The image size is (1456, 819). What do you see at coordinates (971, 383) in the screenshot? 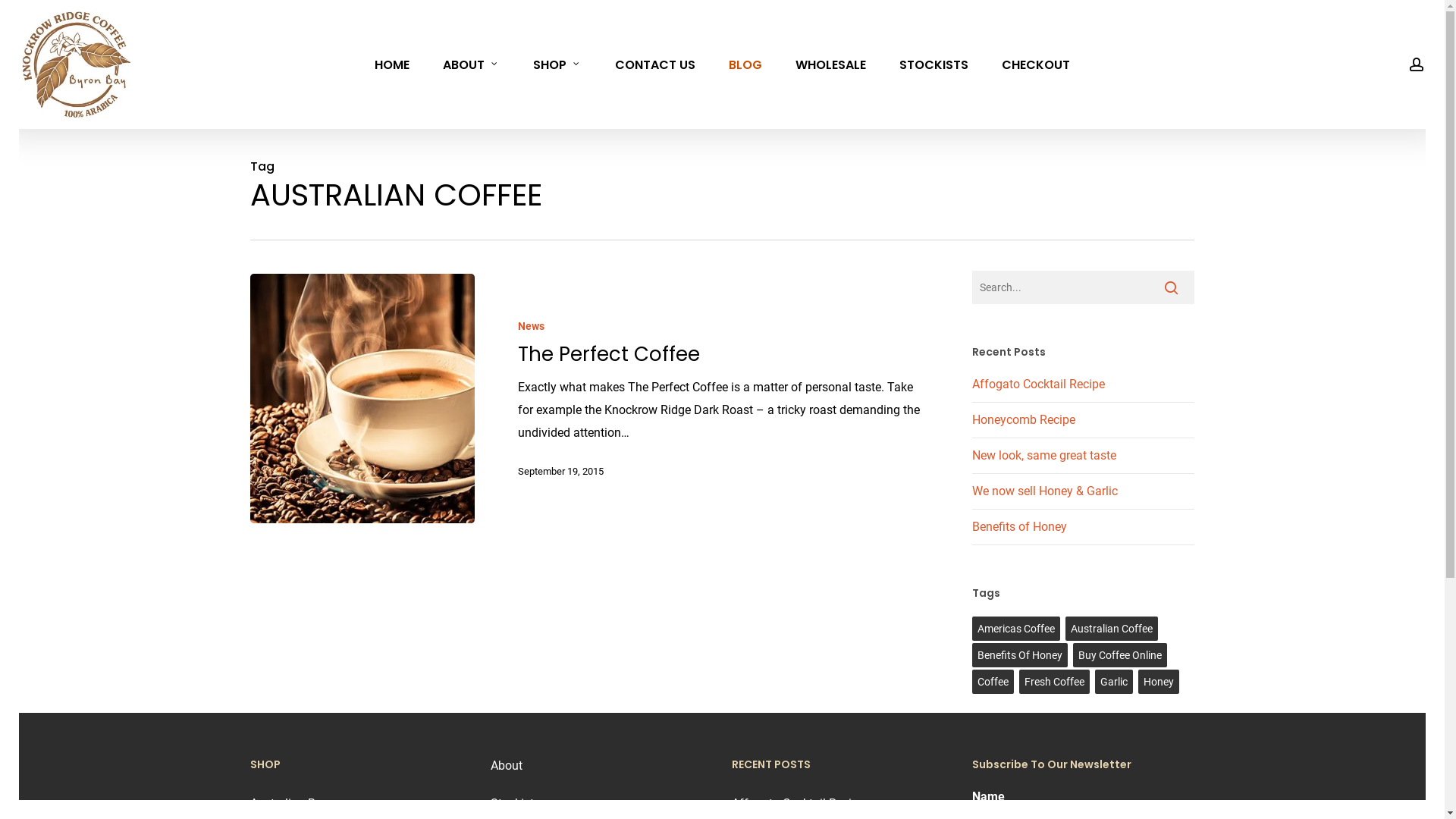
I see `'Affogato Cocktail Recipe'` at bounding box center [971, 383].